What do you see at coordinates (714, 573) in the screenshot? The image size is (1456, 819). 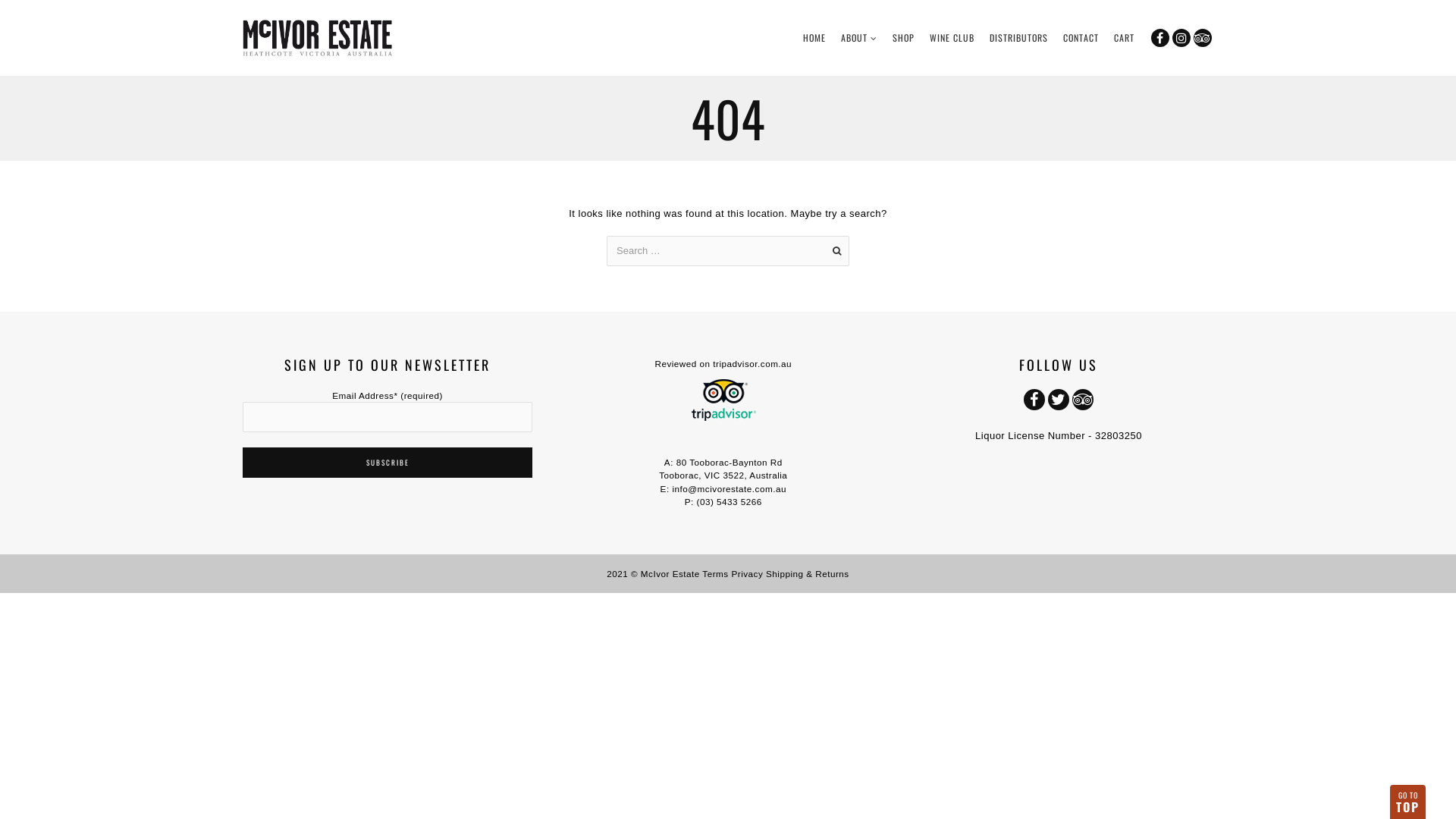 I see `'Terms'` at bounding box center [714, 573].